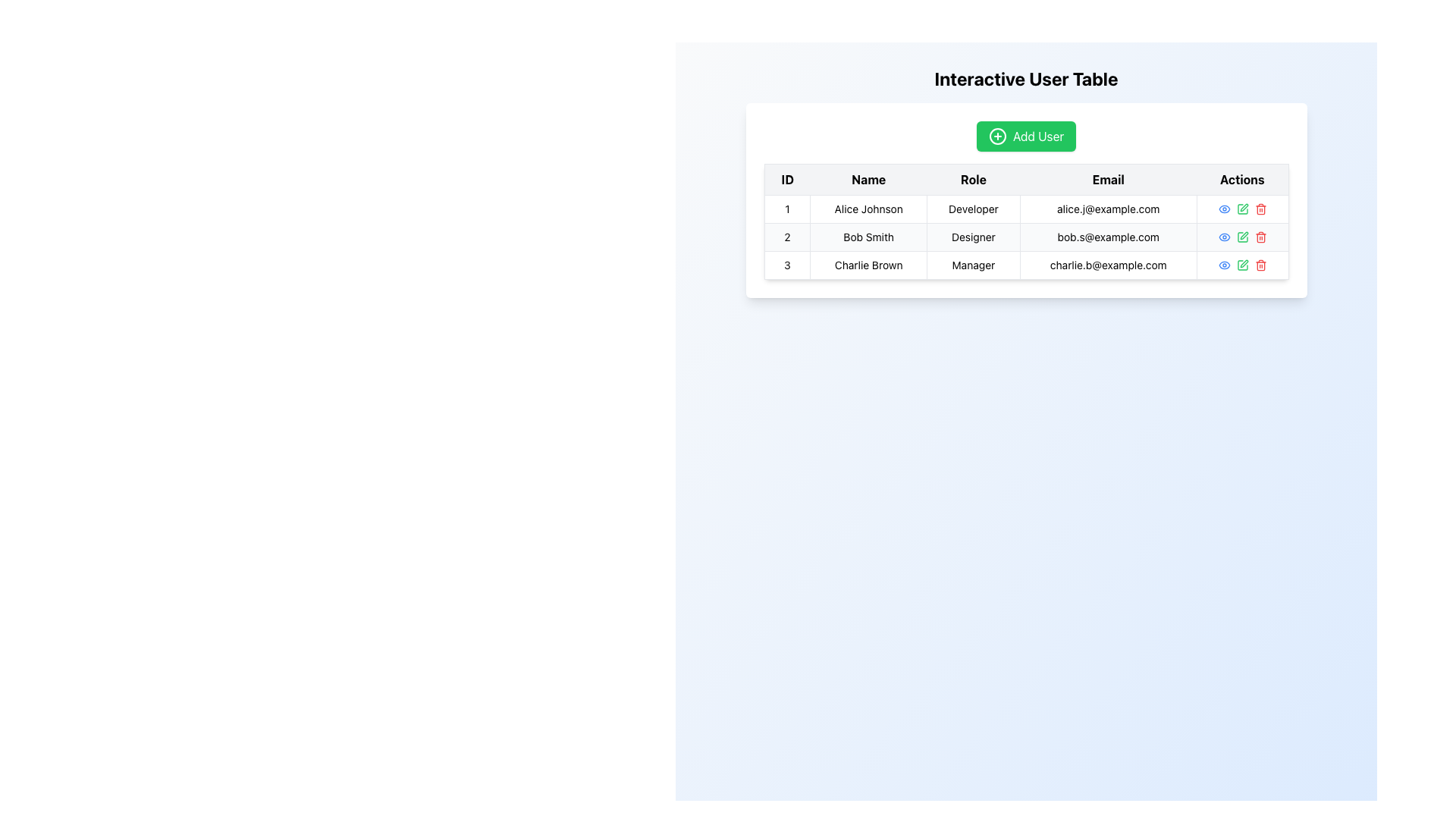 The image size is (1456, 819). What do you see at coordinates (868, 237) in the screenshot?
I see `the Text Label displaying the name 'Bob Smith', which is located in the second column of the second row of a user information table, positioned between 'Alice Johnson' and 'Charlie Brown'` at bounding box center [868, 237].